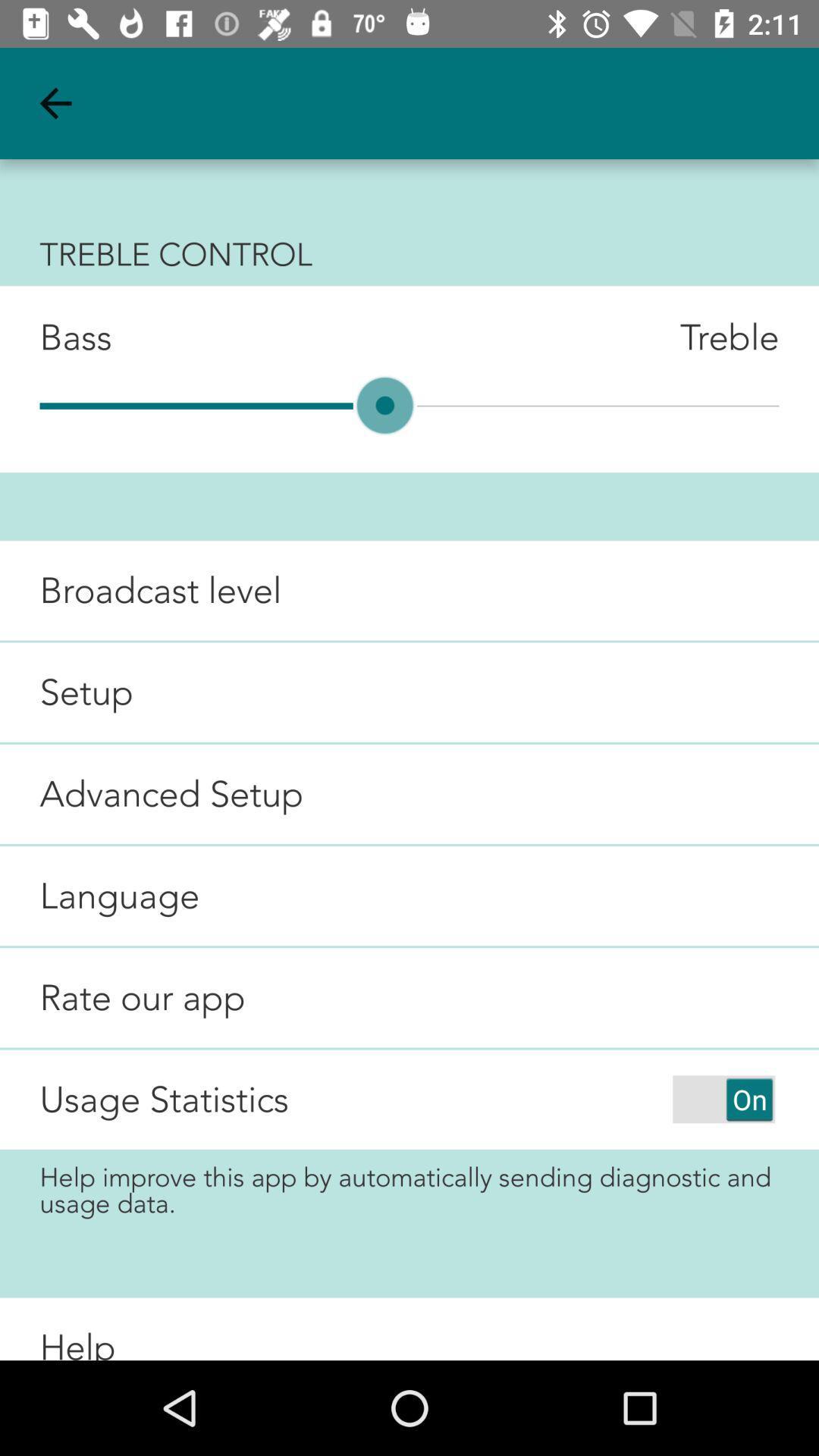 The width and height of the screenshot is (819, 1456). What do you see at coordinates (55, 337) in the screenshot?
I see `bass icon` at bounding box center [55, 337].